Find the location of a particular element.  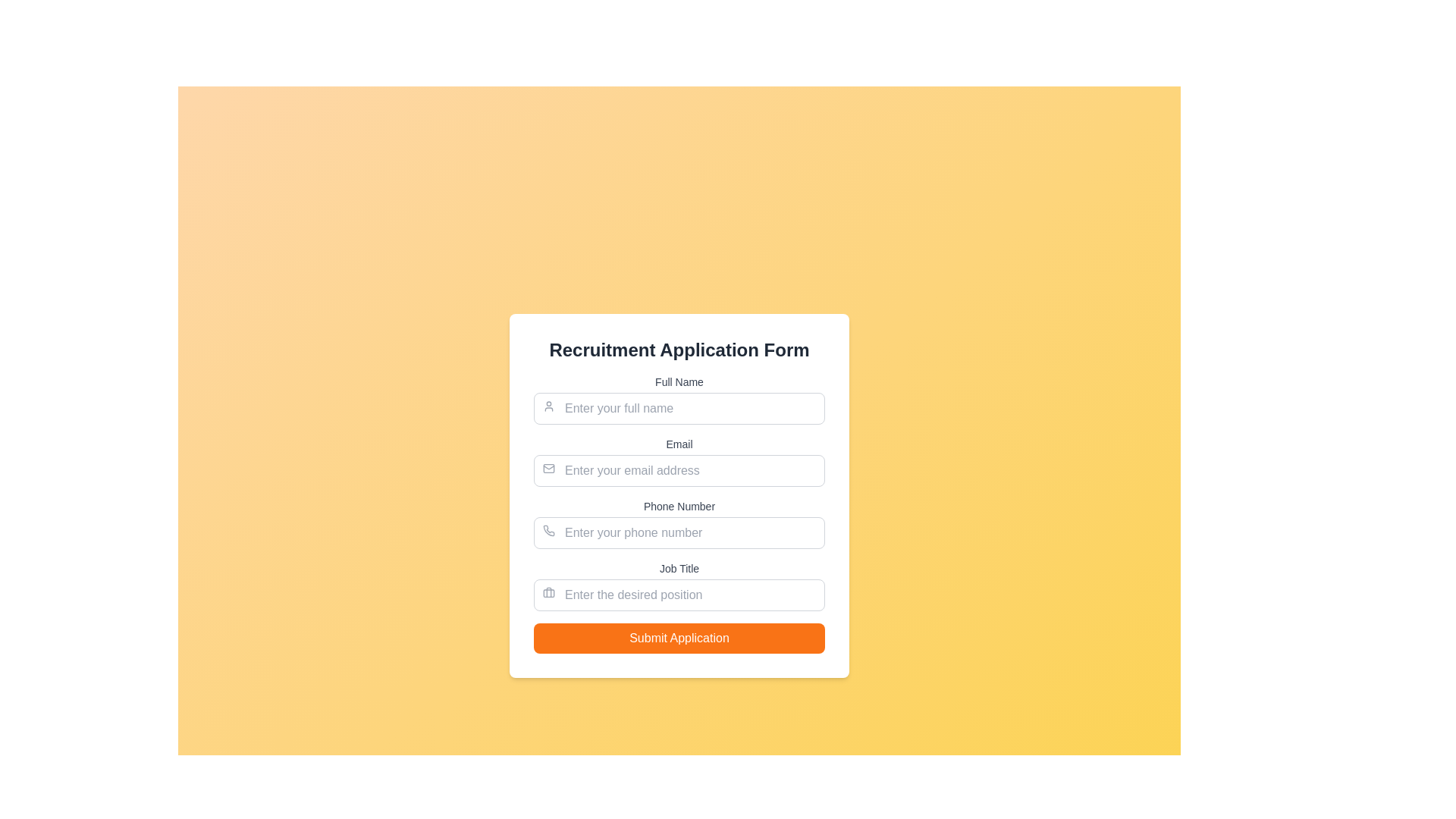

the email icon located at the beginning of the input field labeled 'Email', which visually indicates the nature of the adjacent input field is located at coordinates (548, 467).